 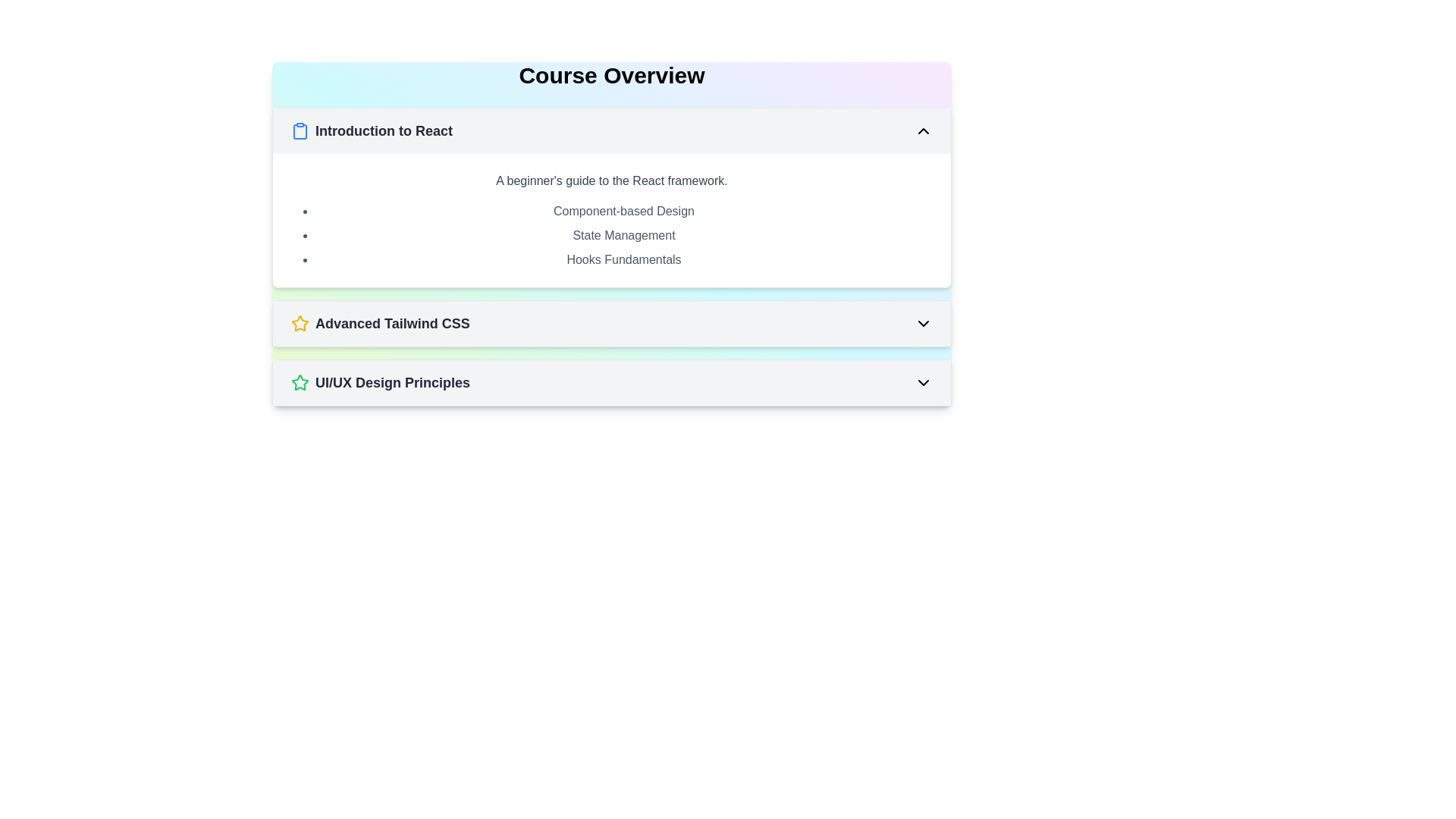 I want to click on the Chevron icon located in the upper-right corner of the 'Introduction to React' section to observe tooltips or visual effects, so click(x=923, y=130).